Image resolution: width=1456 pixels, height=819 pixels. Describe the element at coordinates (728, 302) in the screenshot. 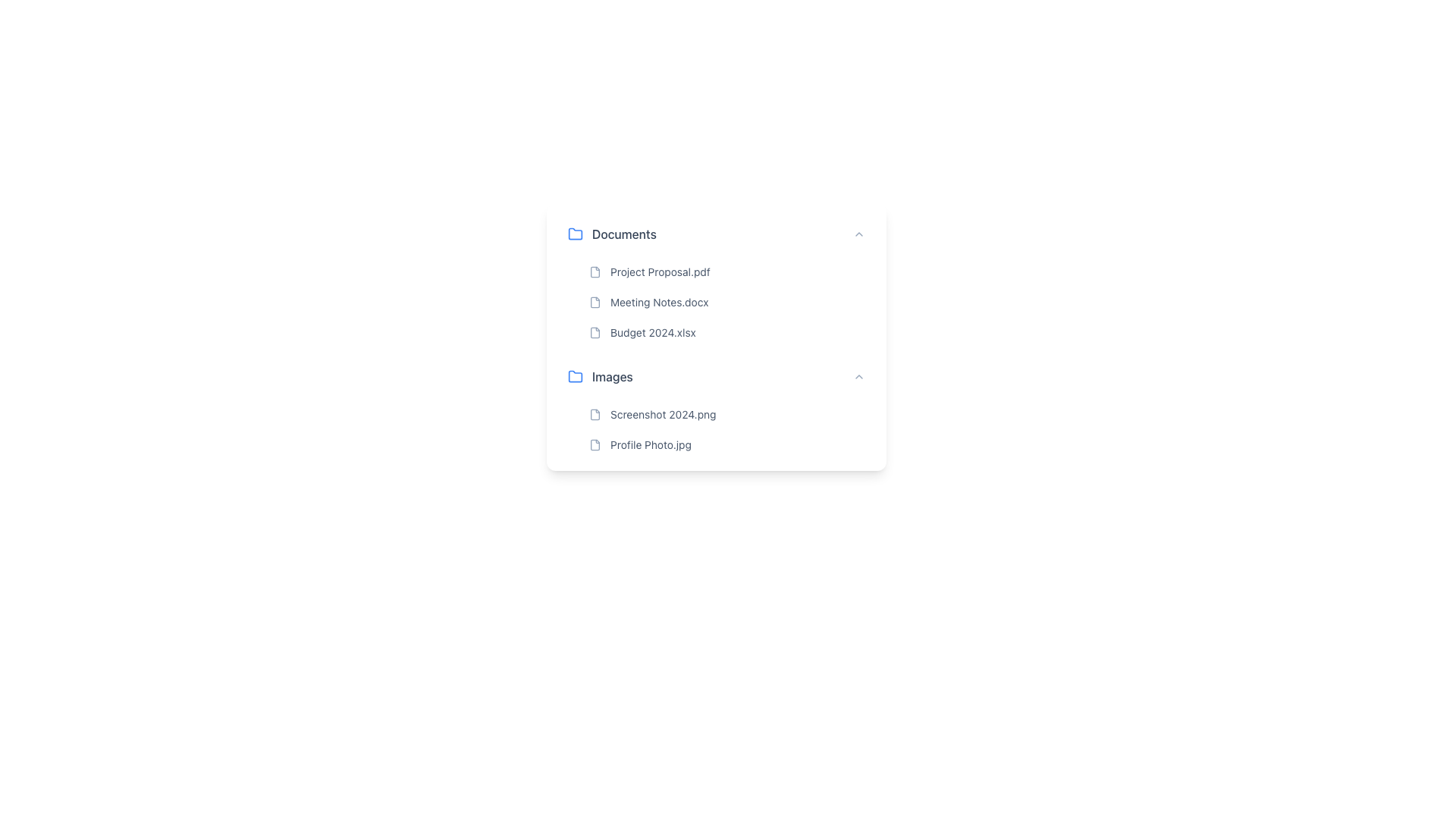

I see `the list item labeled 'Meeting Notes.docx'` at that location.